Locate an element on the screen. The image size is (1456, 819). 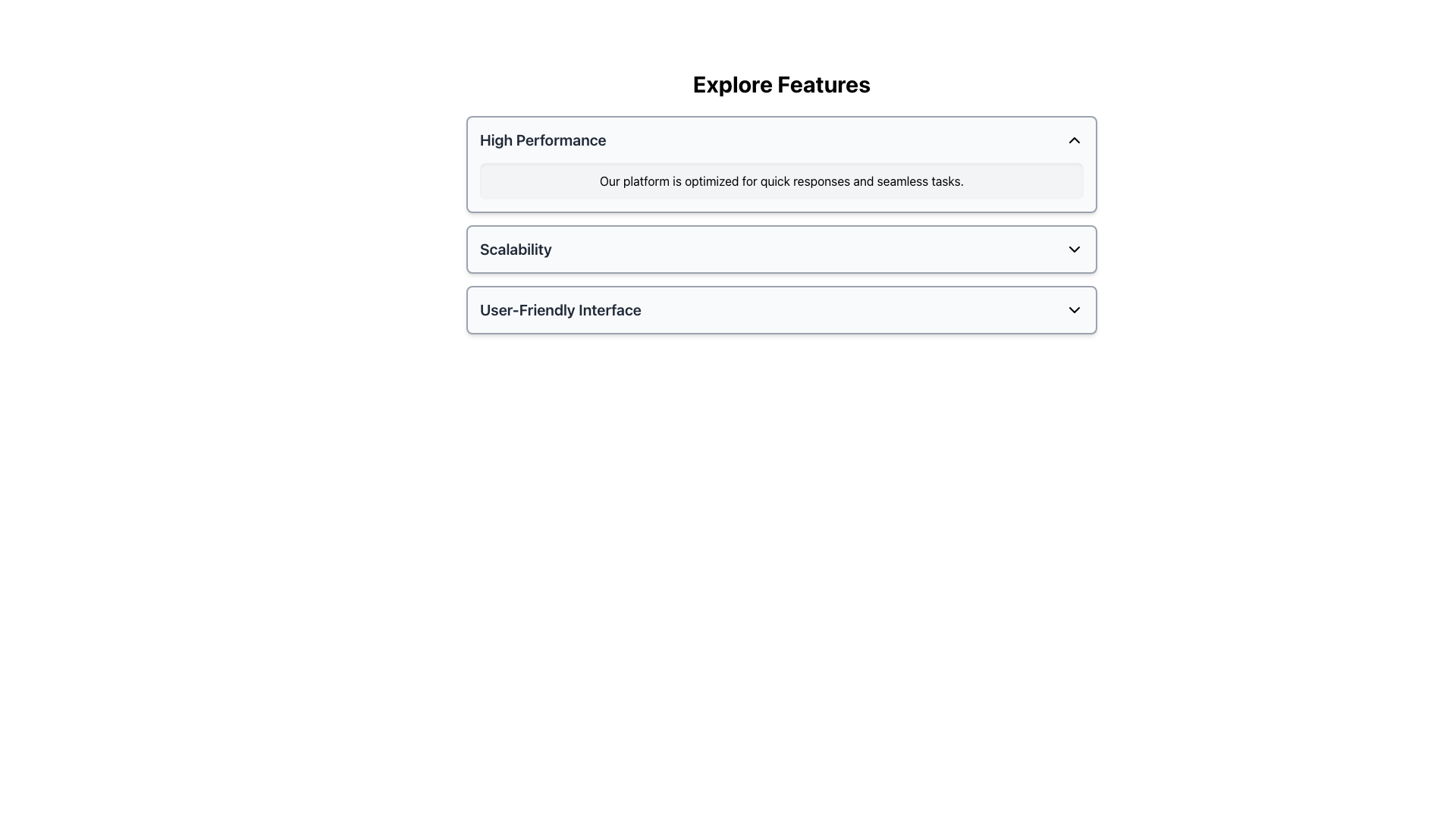
the 'Scalability' text label located in the second section under 'Explore Features', which is displayed in bold dark gray font, to interact with nearby regions is located at coordinates (516, 248).